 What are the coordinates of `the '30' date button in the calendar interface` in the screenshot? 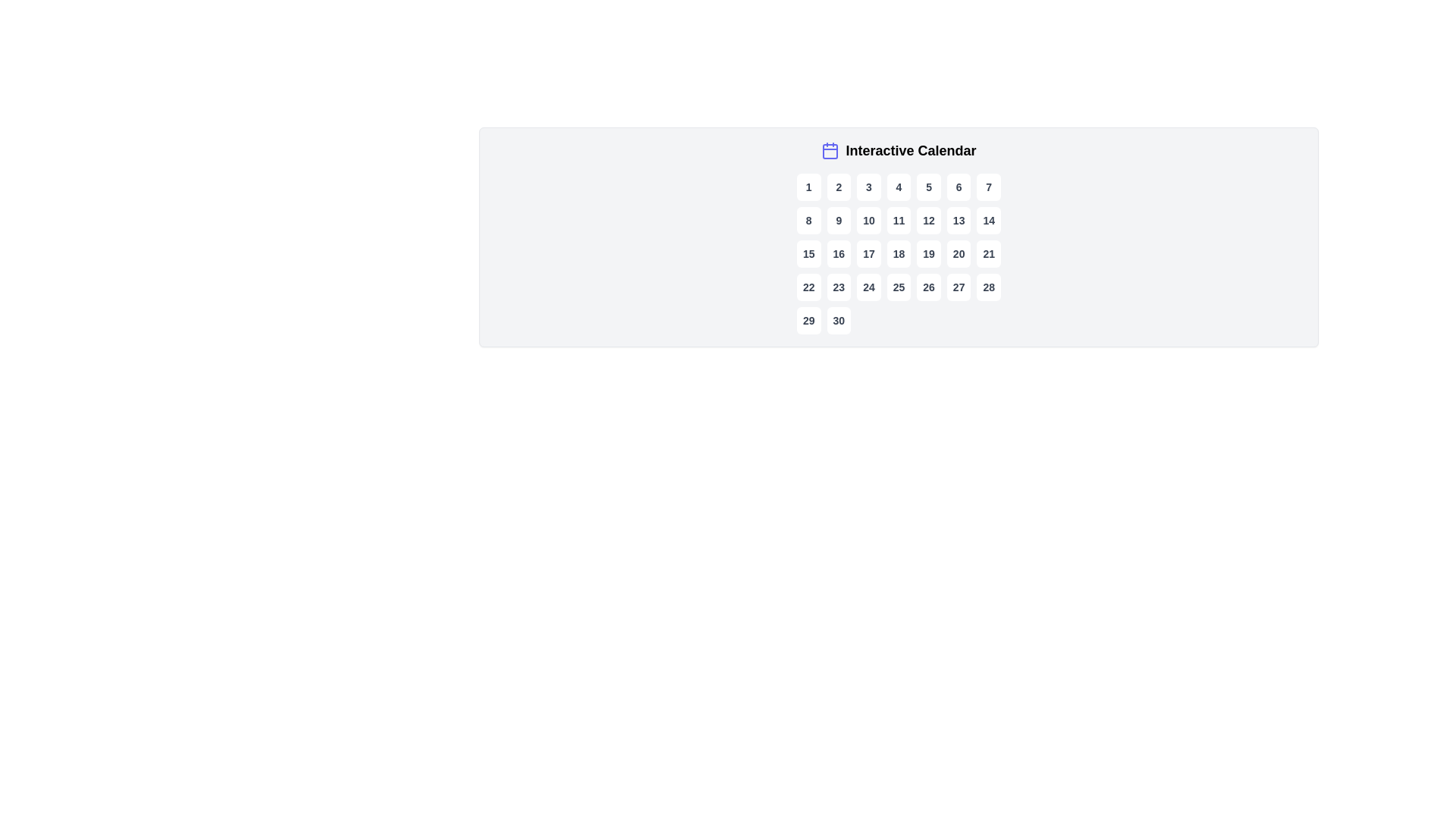 It's located at (838, 320).